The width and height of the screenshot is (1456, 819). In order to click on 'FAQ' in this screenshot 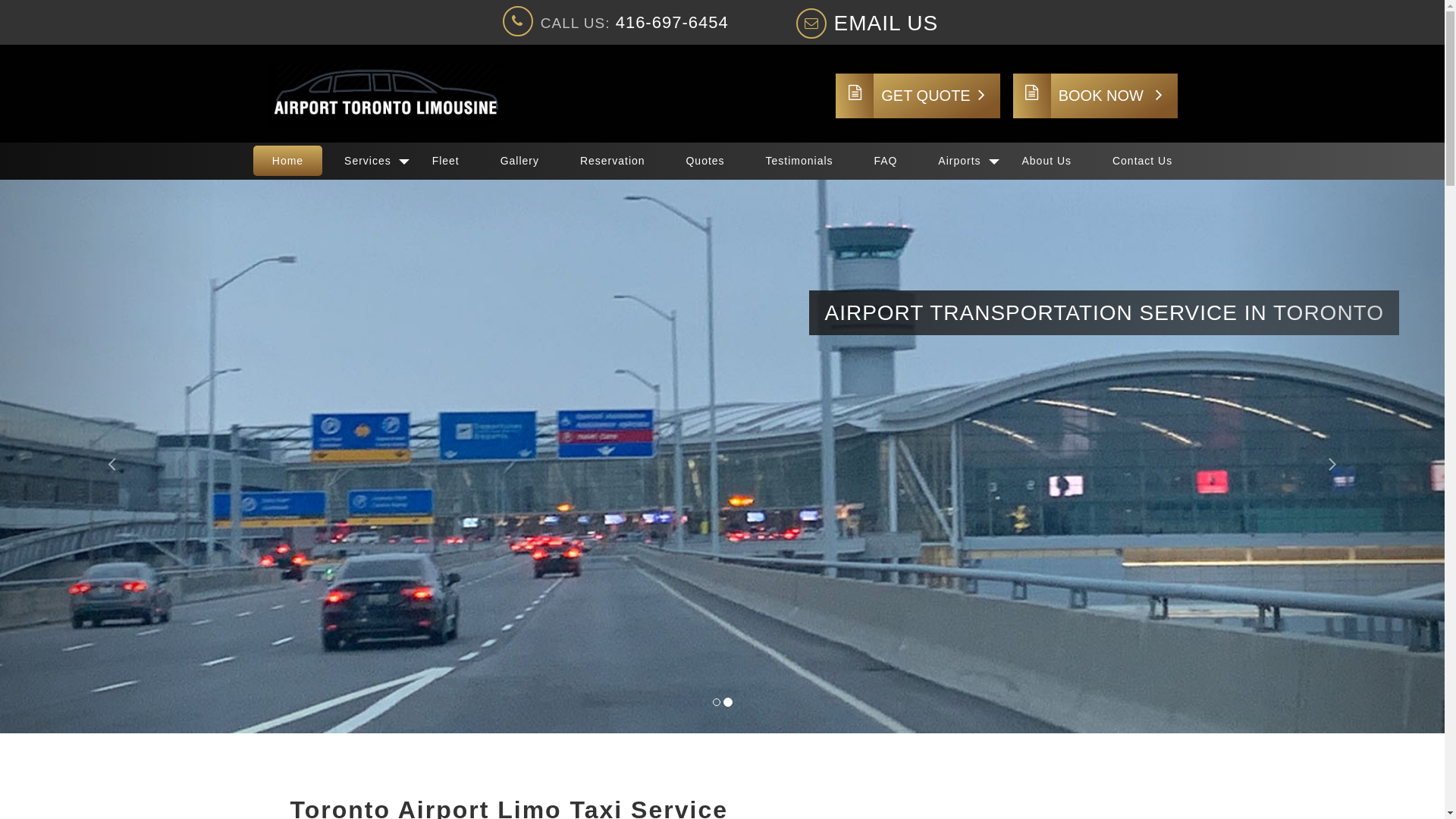, I will do `click(885, 161)`.